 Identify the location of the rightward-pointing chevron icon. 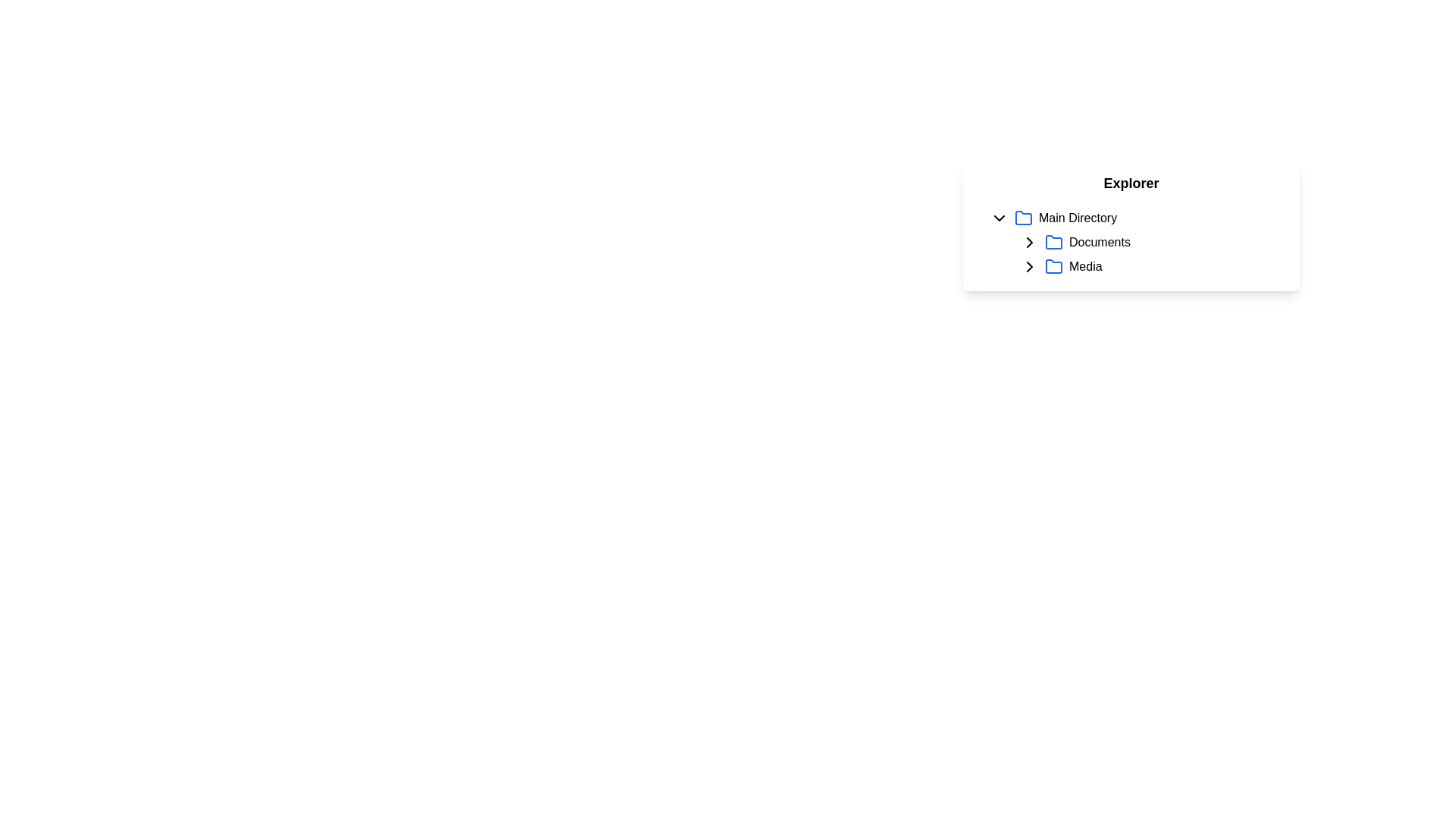
(1030, 265).